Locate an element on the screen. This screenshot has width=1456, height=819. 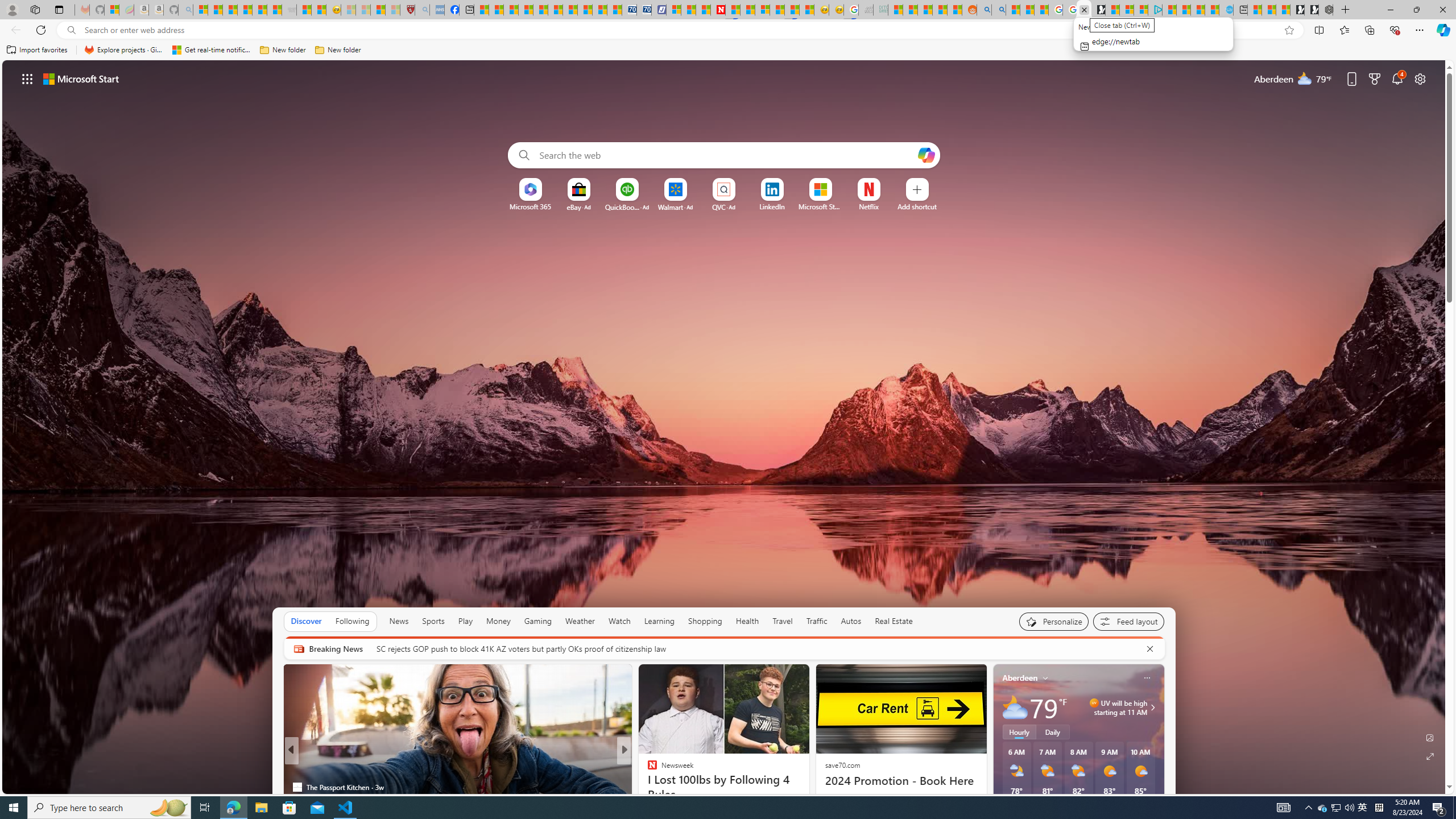
'Microsoft rewards' is located at coordinates (1374, 78).